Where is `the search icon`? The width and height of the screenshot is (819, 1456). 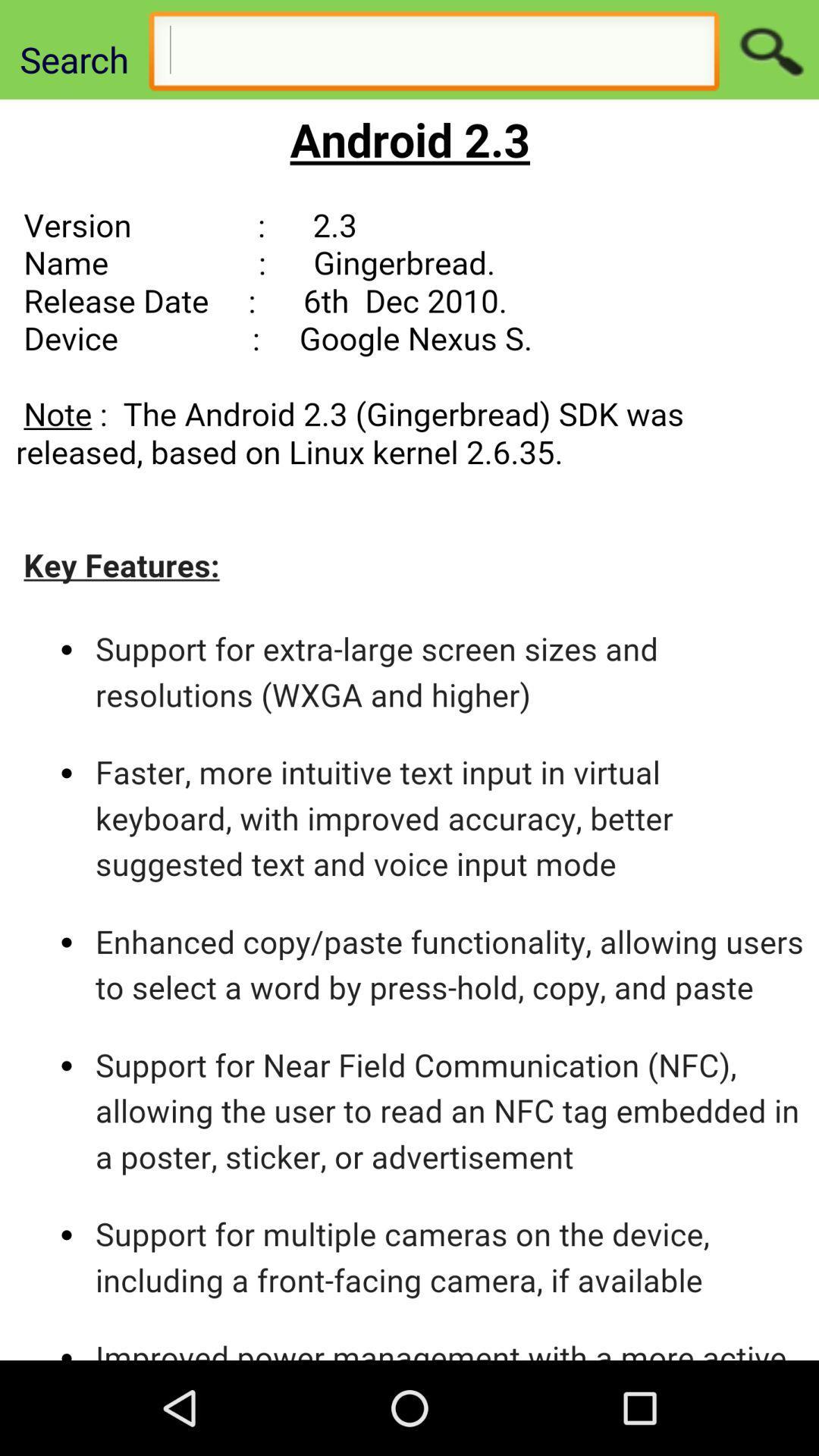 the search icon is located at coordinates (769, 53).